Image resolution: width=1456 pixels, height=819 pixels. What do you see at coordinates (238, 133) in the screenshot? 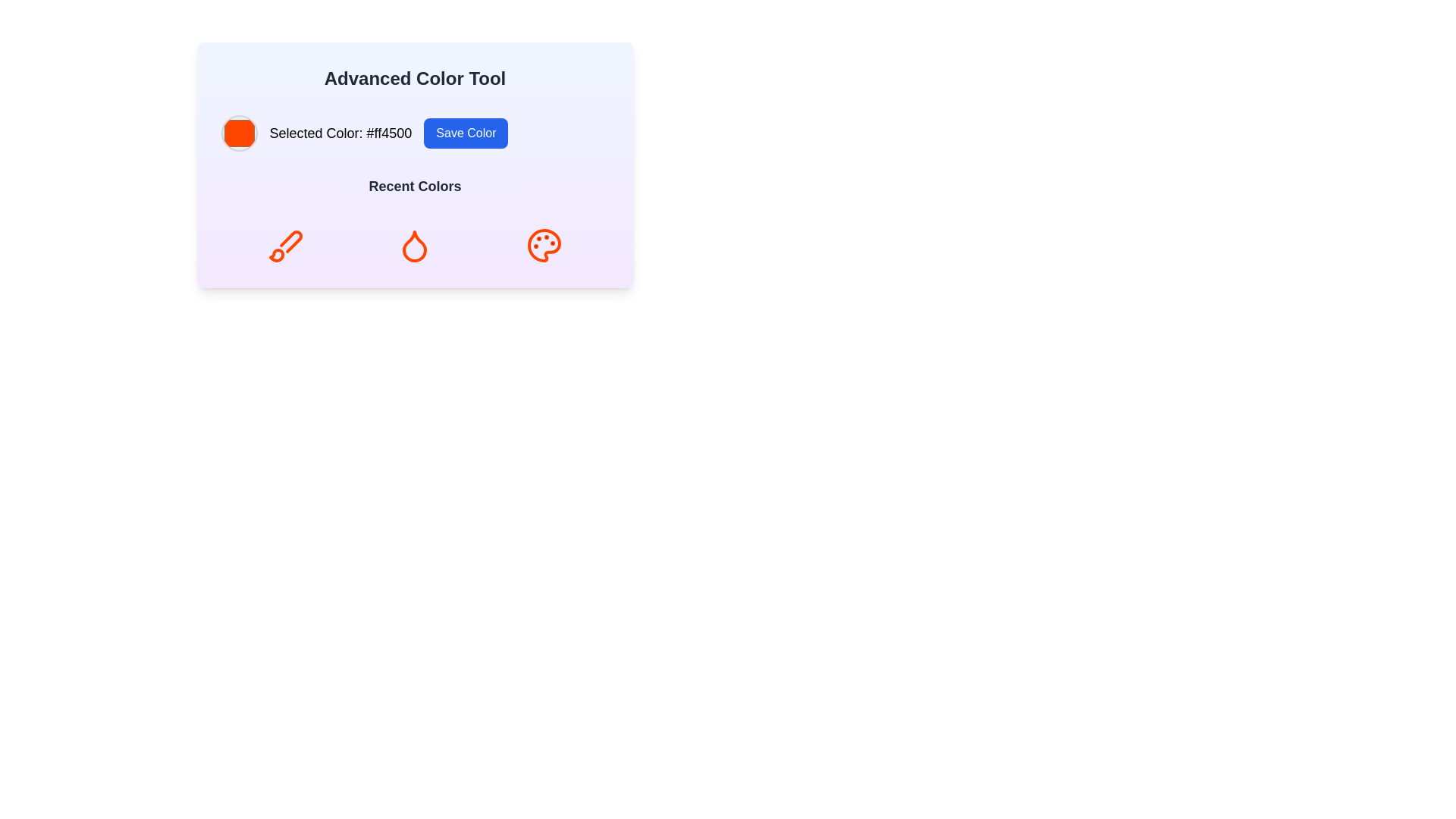
I see `the circular color preview swatch with a bold orange fill and gray border in the 'Selected Color' section of the 'Advanced Color Tool' interface` at bounding box center [238, 133].